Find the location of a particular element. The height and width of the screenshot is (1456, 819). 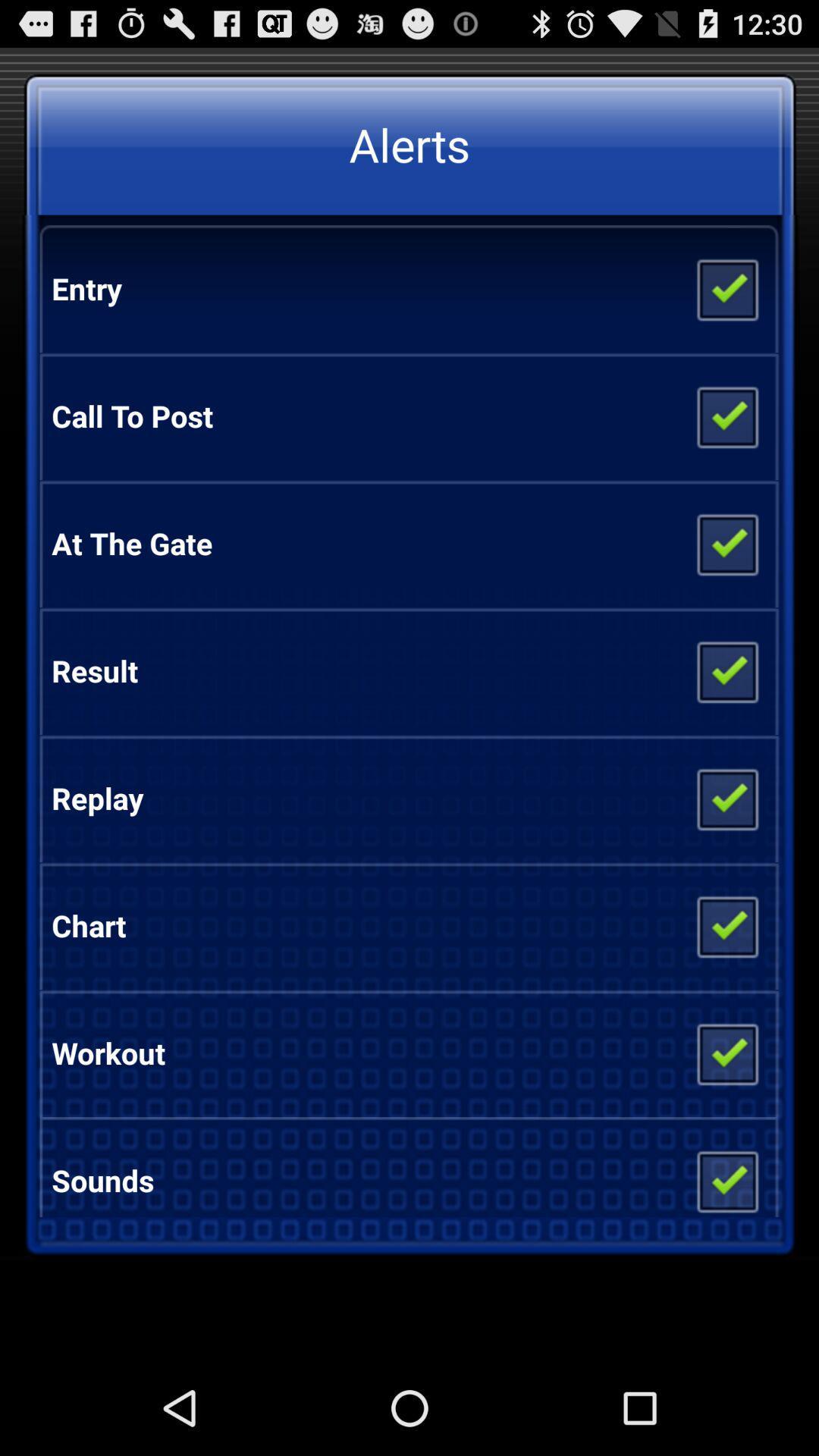

the app next to the entry icon is located at coordinates (726, 288).